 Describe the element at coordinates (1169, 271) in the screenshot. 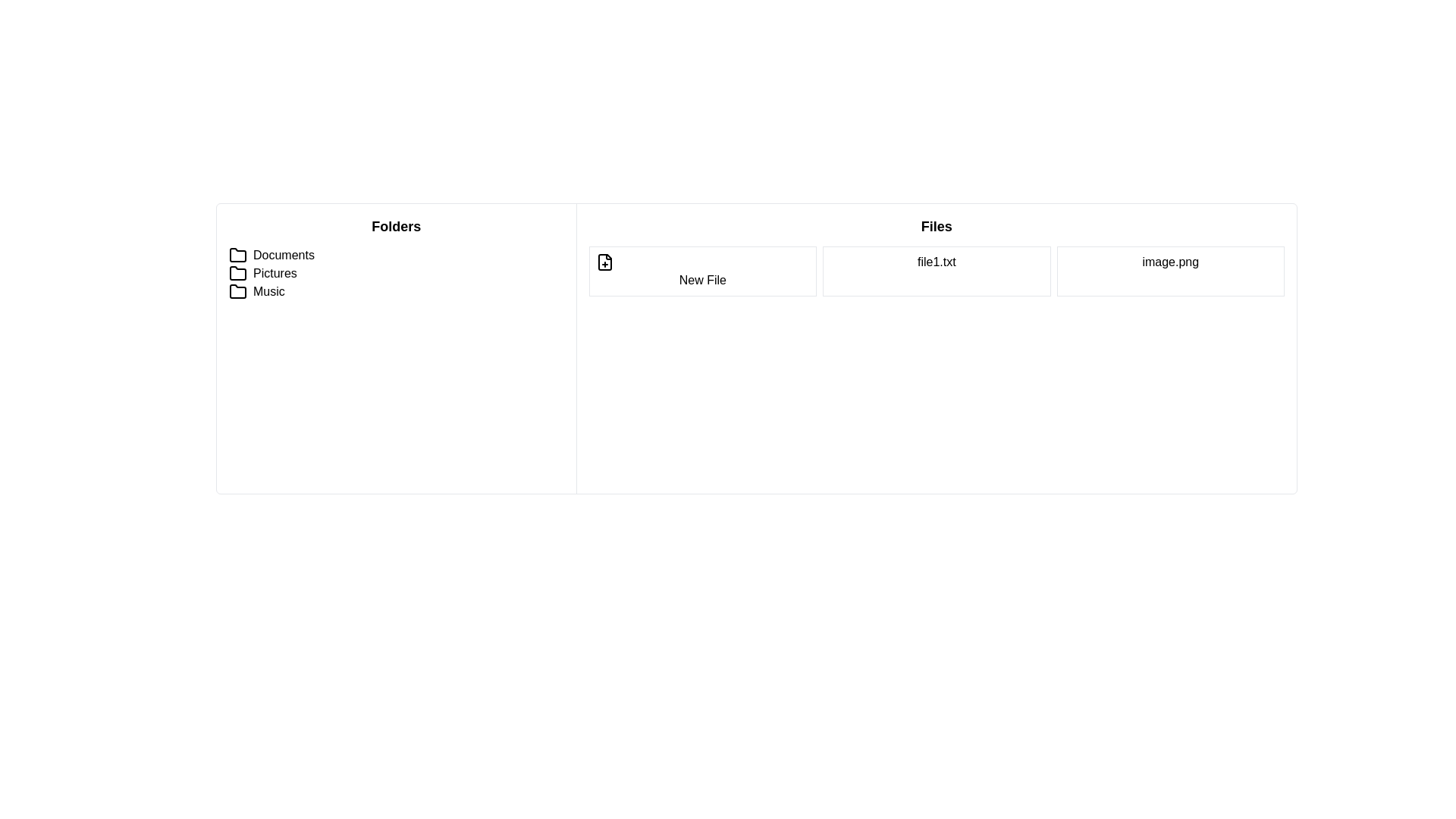

I see `the text label representing the file named 'image.png' located in the rightmost position of the grid under the 'Files' section` at that location.